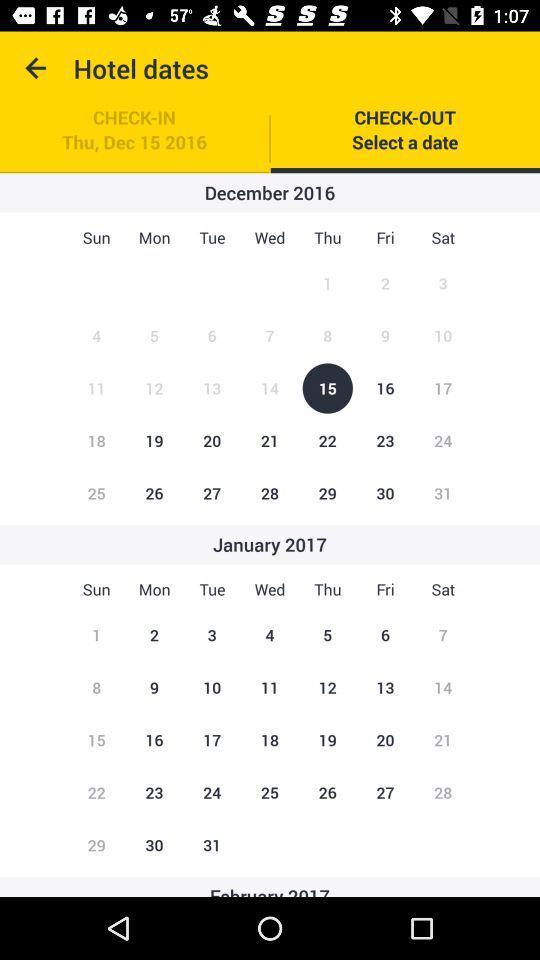 The height and width of the screenshot is (960, 540). What do you see at coordinates (443, 336) in the screenshot?
I see `the figure beside the number 9` at bounding box center [443, 336].